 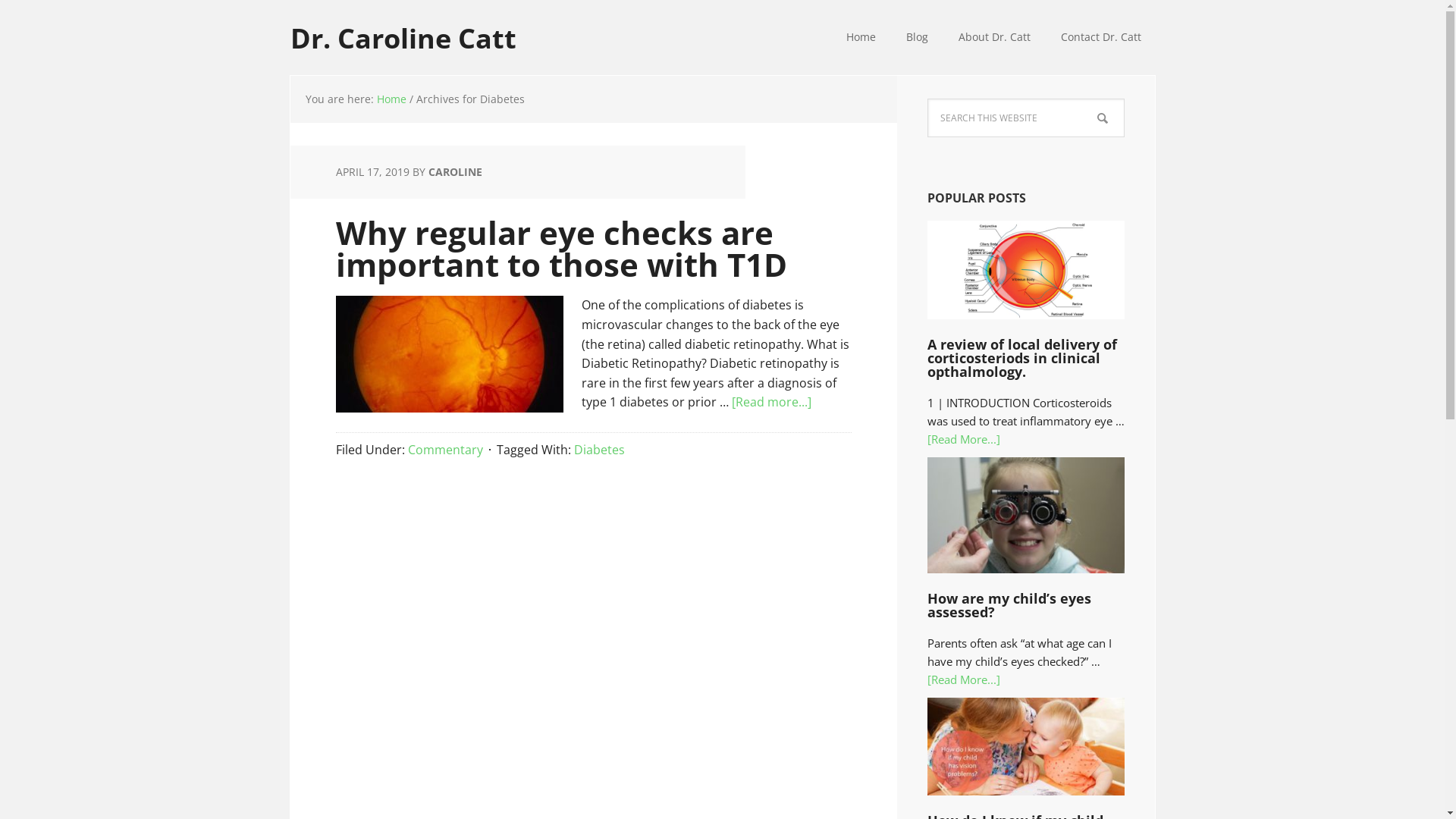 I want to click on 'Search', so click(x=1124, y=98).